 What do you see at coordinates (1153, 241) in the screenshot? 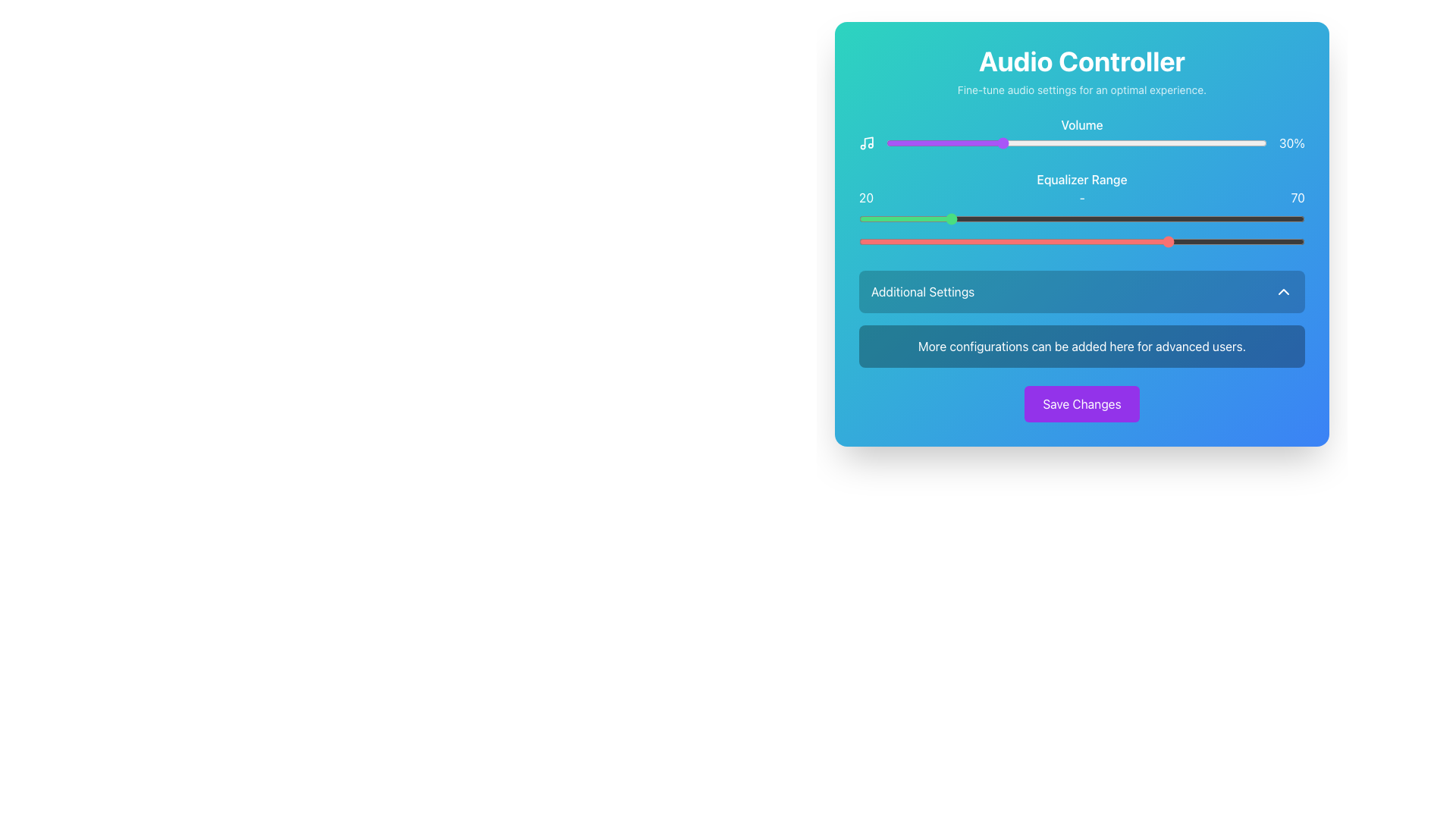
I see `the equalizer range` at bounding box center [1153, 241].